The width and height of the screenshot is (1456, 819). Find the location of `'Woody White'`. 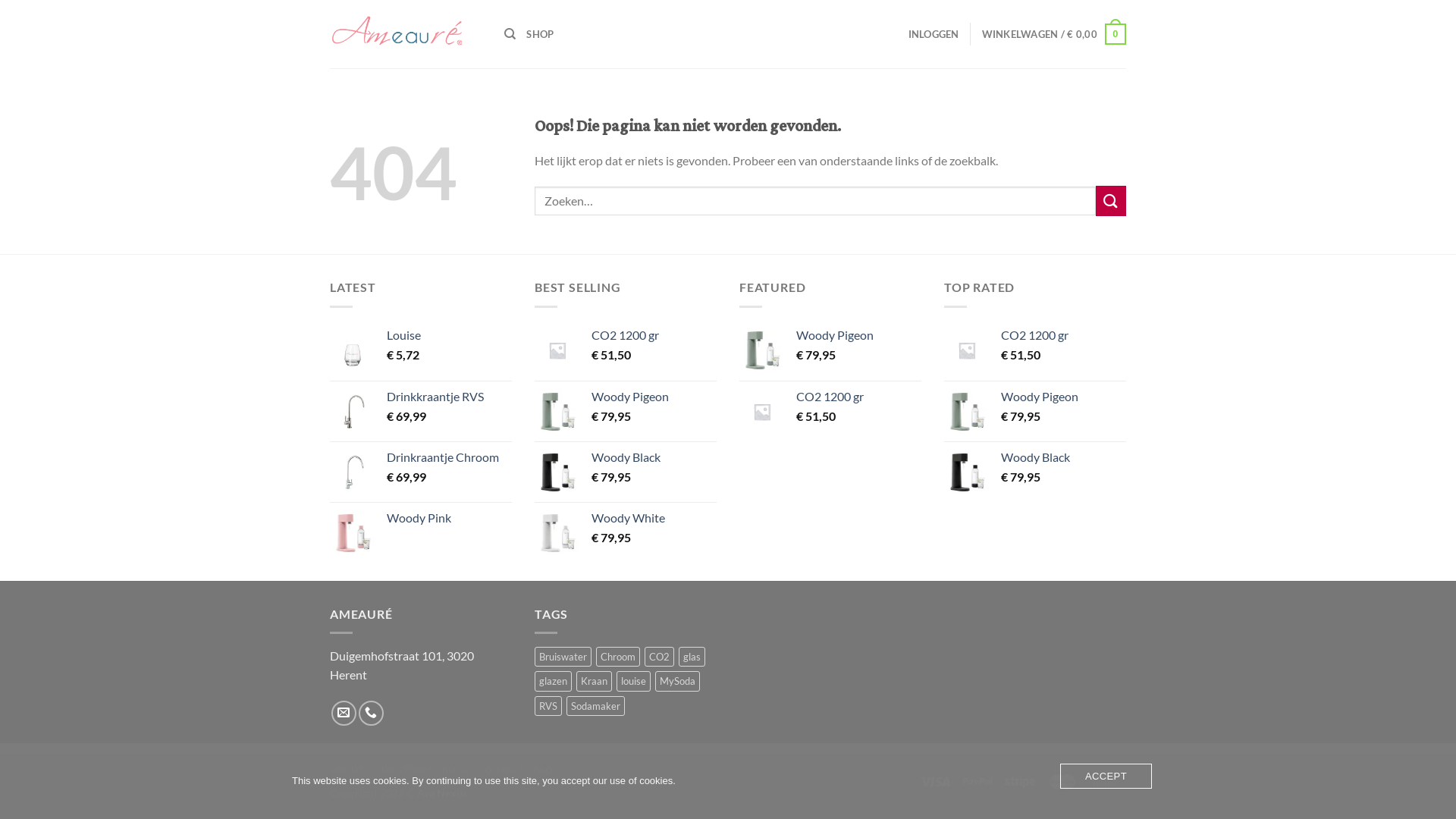

'Woody White' is located at coordinates (654, 517).